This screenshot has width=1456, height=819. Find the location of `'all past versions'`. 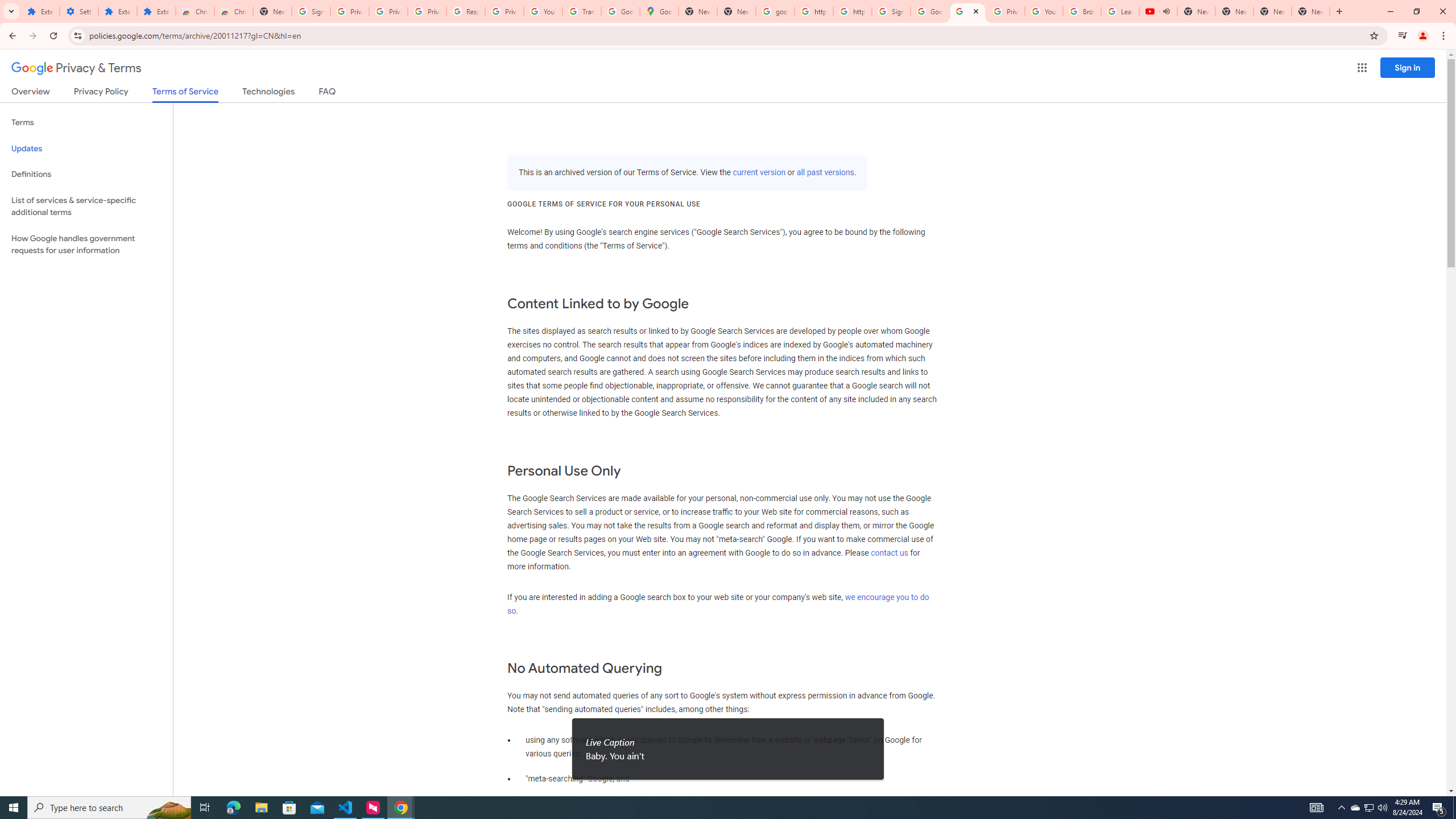

'all past versions' is located at coordinates (825, 172).